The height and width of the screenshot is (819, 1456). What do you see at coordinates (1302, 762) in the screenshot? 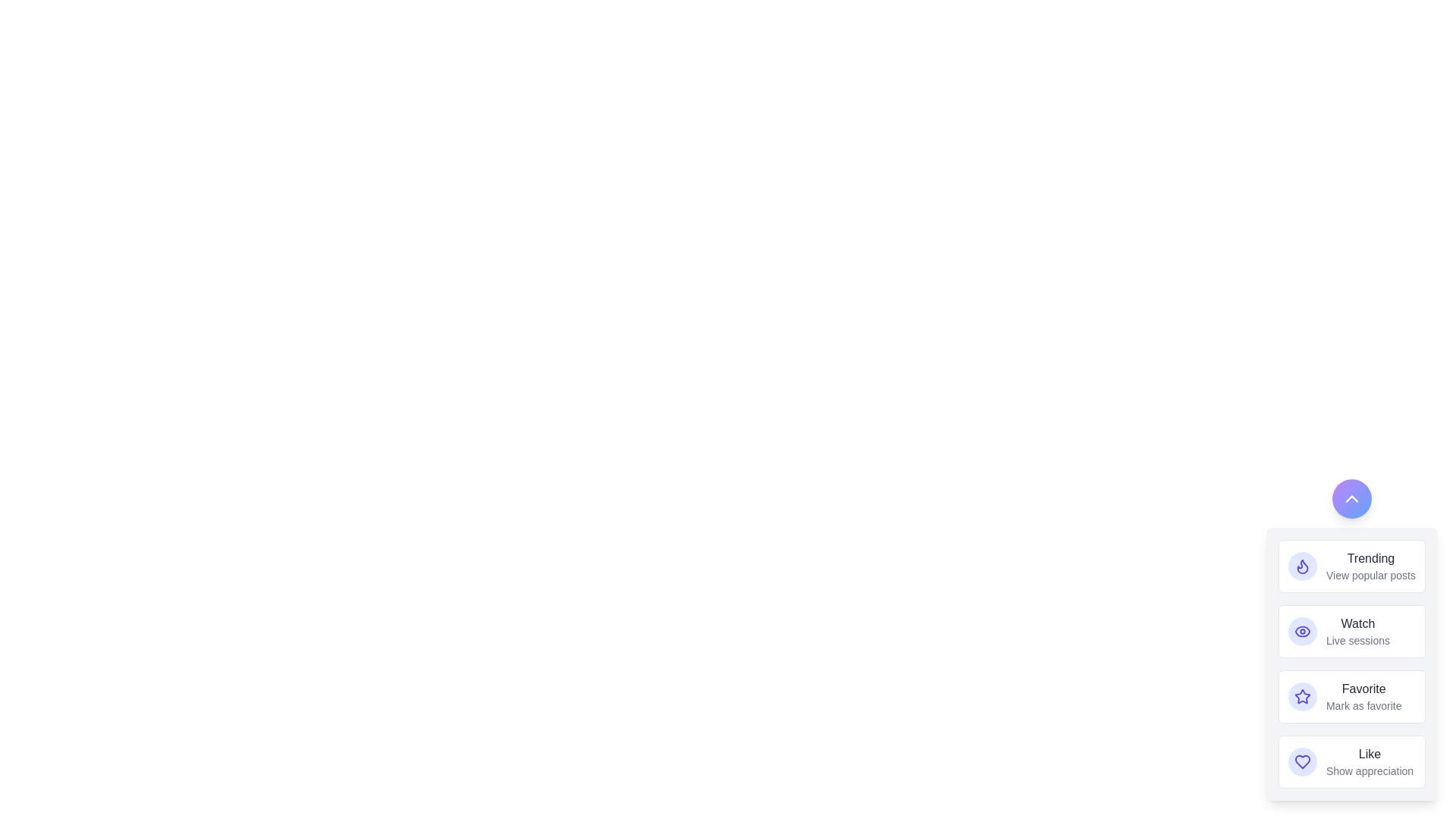
I see `the Like button to trigger its functionality` at bounding box center [1302, 762].